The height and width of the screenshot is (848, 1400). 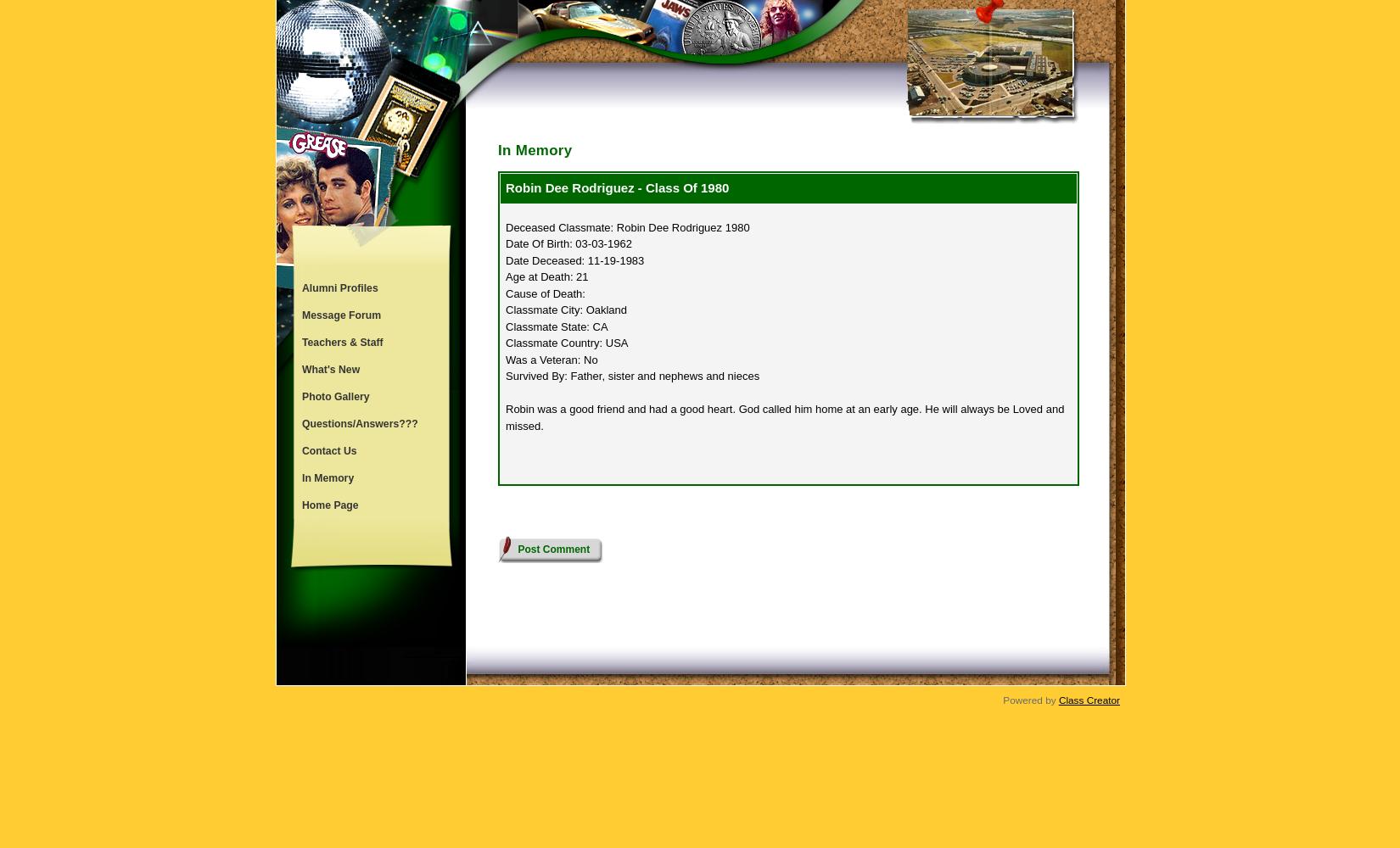 What do you see at coordinates (1003, 699) in the screenshot?
I see `'Powered by'` at bounding box center [1003, 699].